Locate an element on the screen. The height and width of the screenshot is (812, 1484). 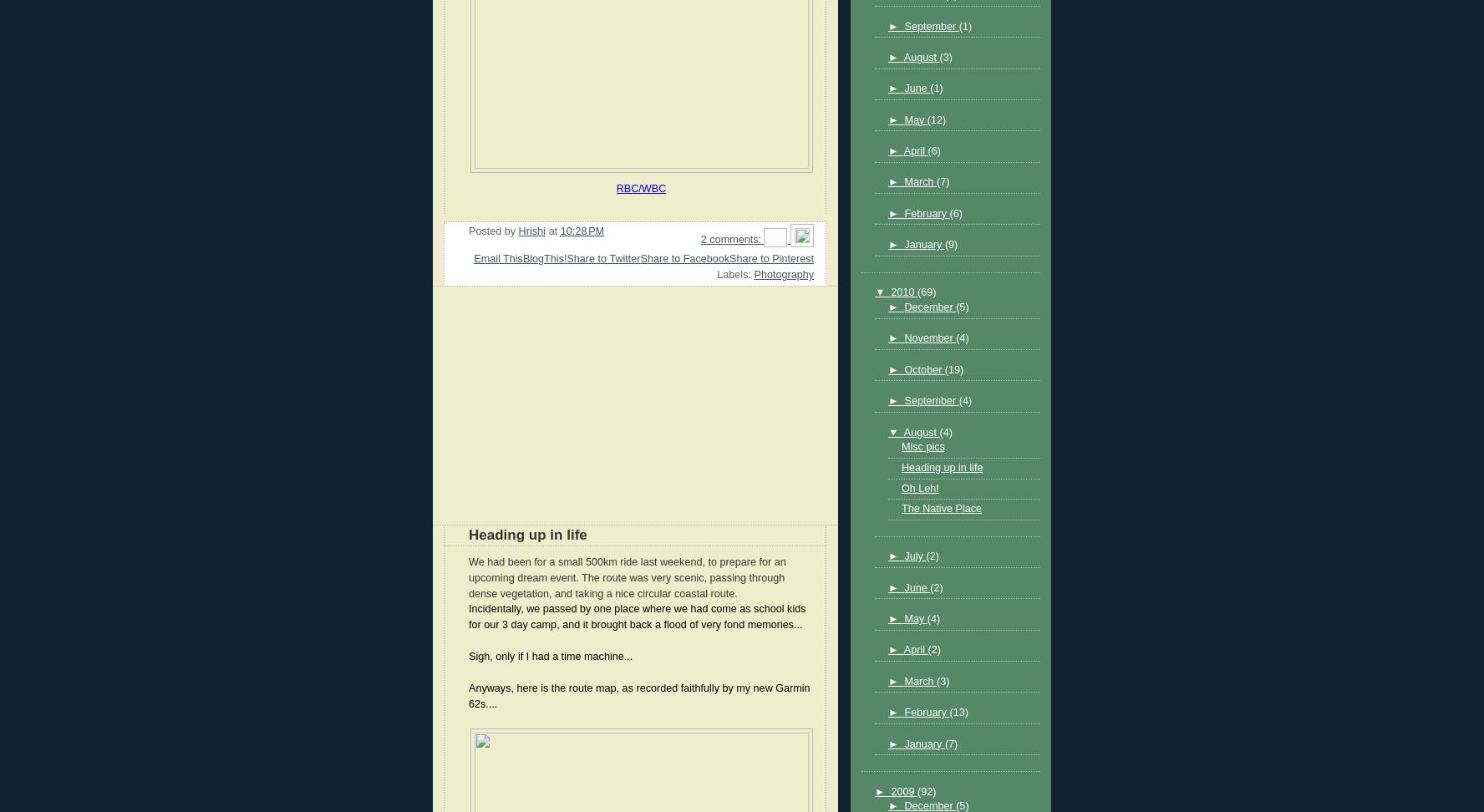
'(5)' is located at coordinates (962, 307).